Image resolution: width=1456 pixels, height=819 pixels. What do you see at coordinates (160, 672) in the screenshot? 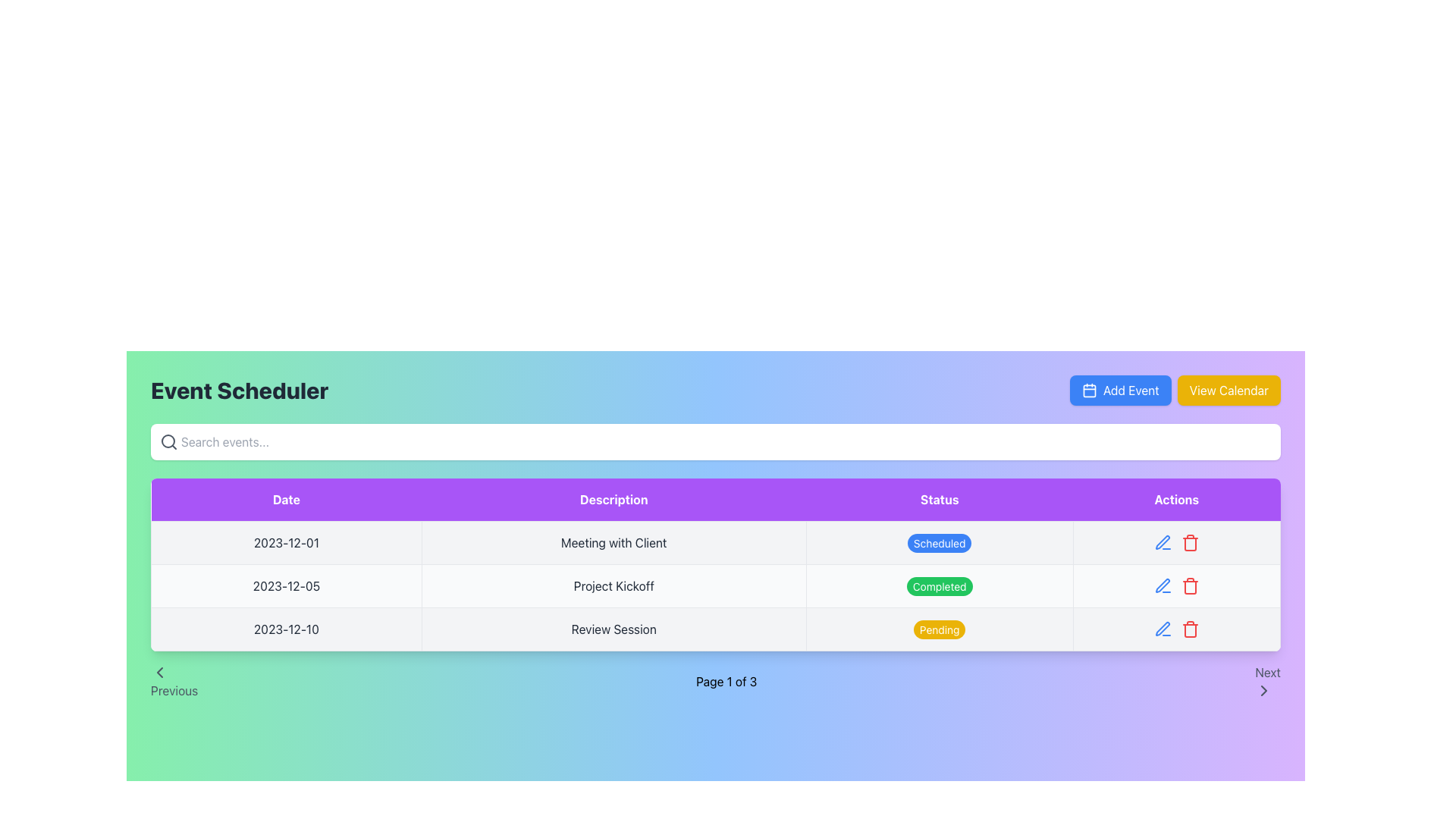
I see `the SVG-based arrow icon located near the bottom-left corner of the interface, adjacent to the text 'Previous'` at bounding box center [160, 672].